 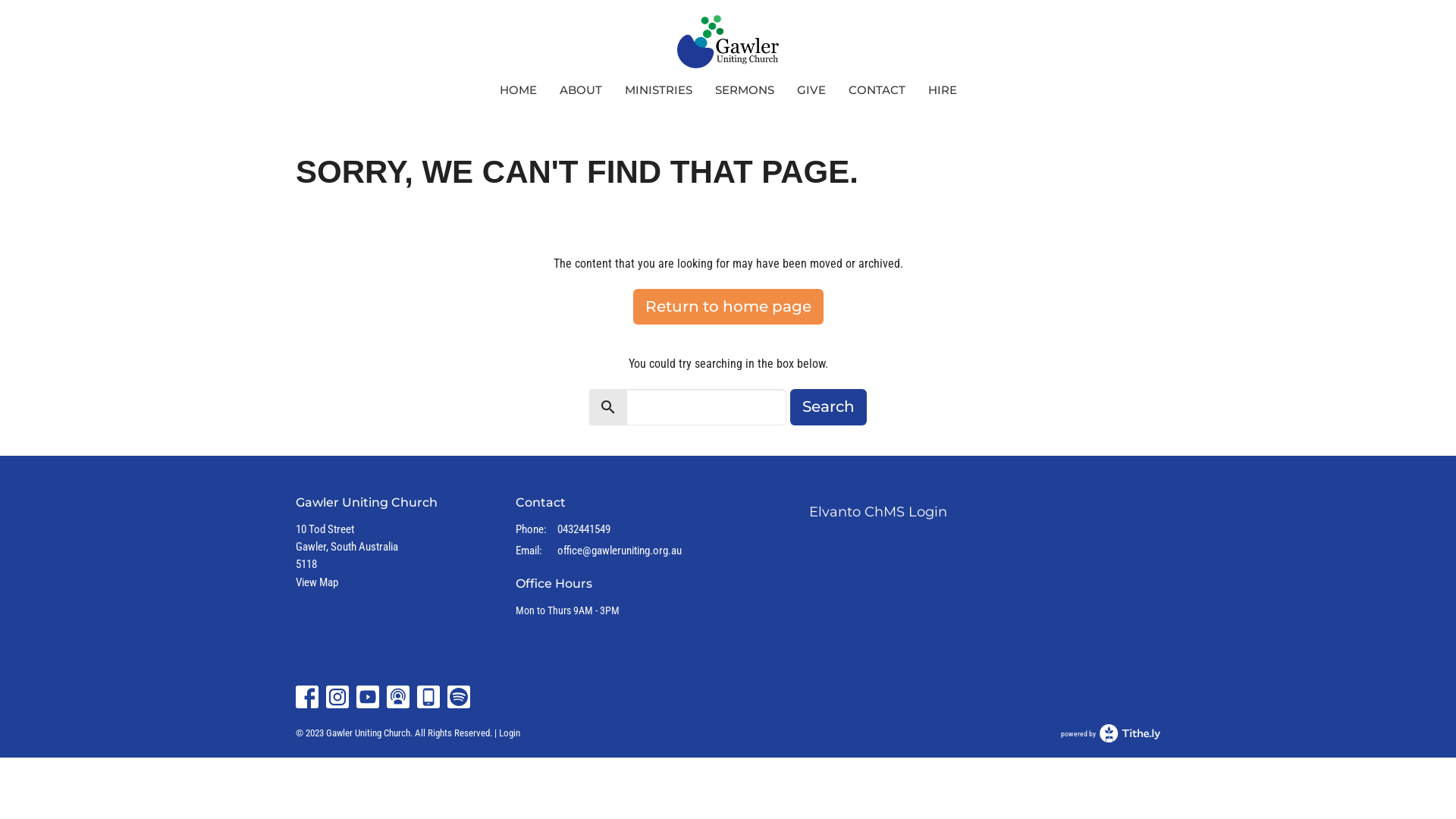 I want to click on 'HOME', so click(x=517, y=89).